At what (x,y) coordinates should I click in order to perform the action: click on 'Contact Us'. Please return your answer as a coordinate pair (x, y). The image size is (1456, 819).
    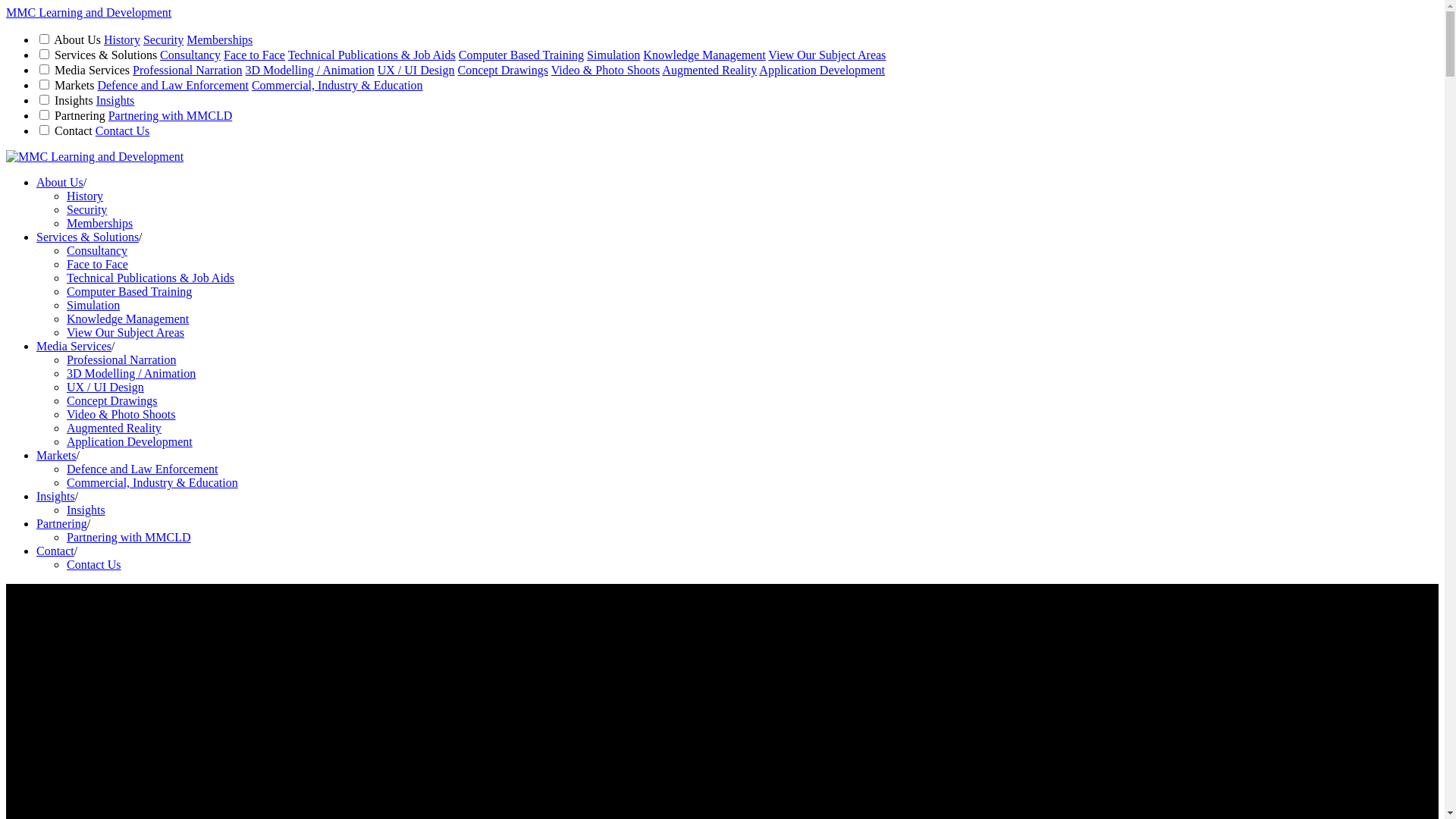
    Looking at the image, I should click on (94, 130).